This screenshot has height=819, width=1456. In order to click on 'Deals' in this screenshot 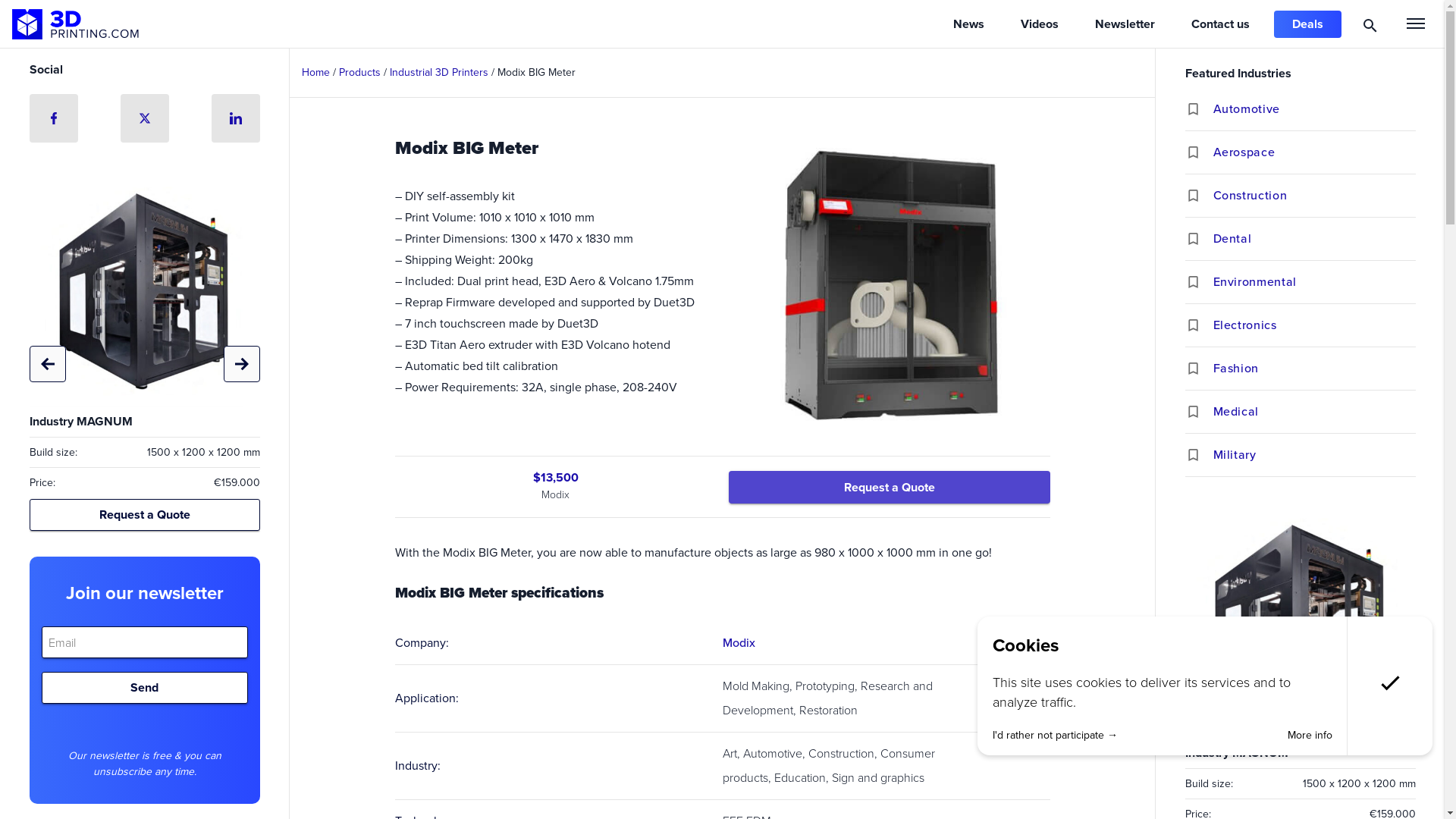, I will do `click(1307, 24)`.